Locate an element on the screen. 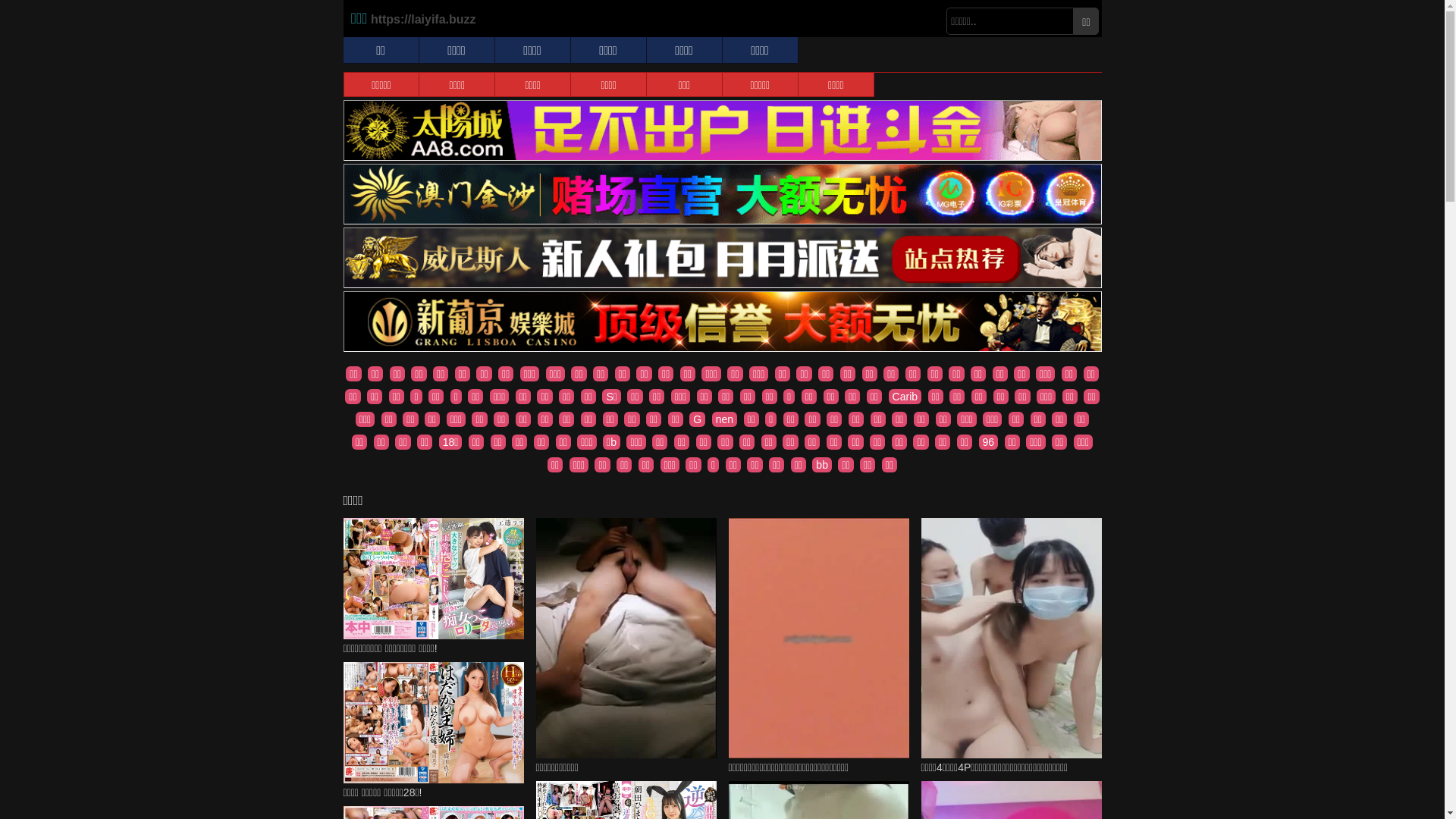 The image size is (1456, 819). '96' is located at coordinates (979, 441).